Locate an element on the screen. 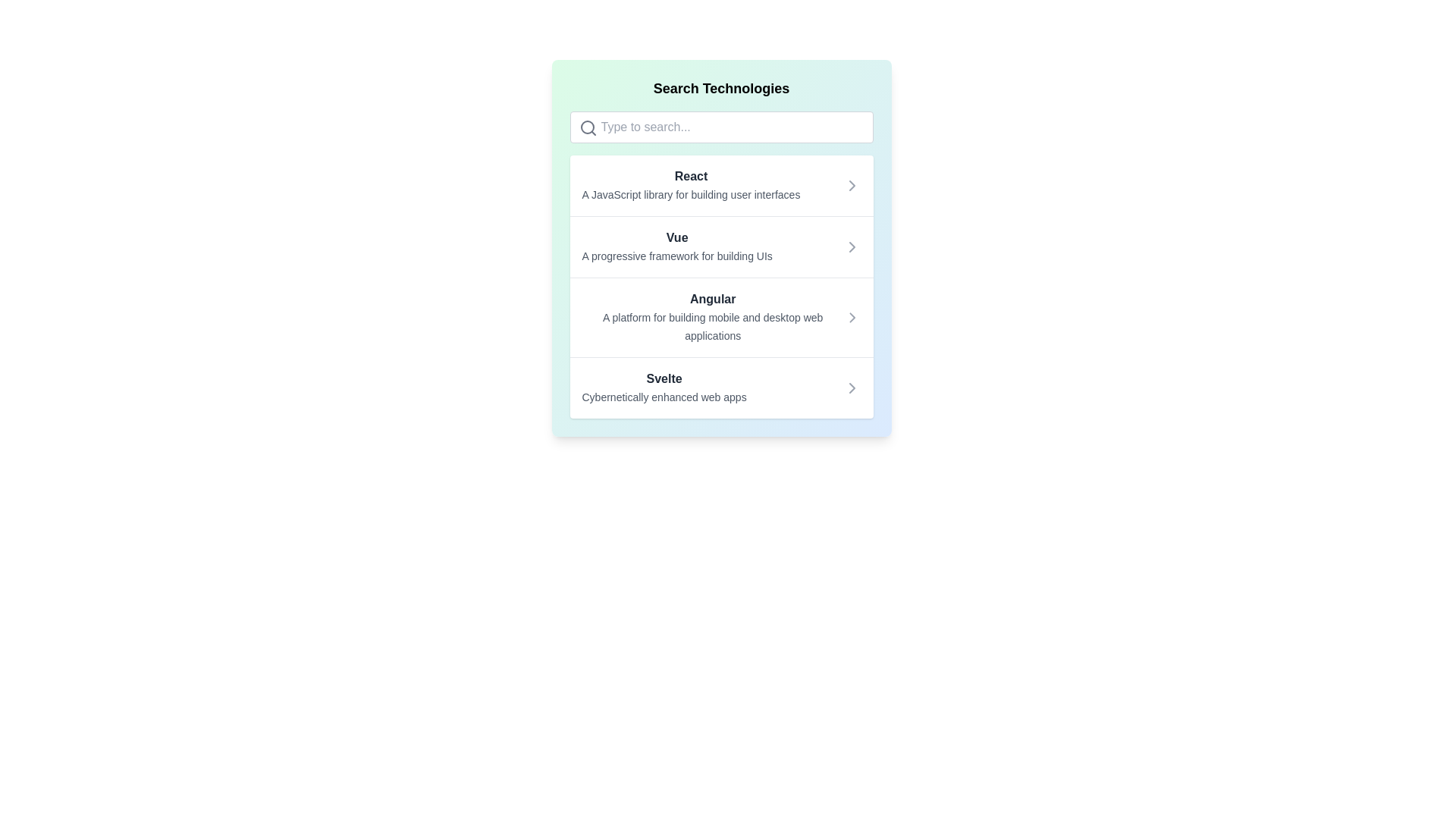 Image resolution: width=1456 pixels, height=819 pixels. text label displaying 'Angular' which is styled in bold and located within the second list item of the 'Search Technologies' card-like structure is located at coordinates (712, 299).